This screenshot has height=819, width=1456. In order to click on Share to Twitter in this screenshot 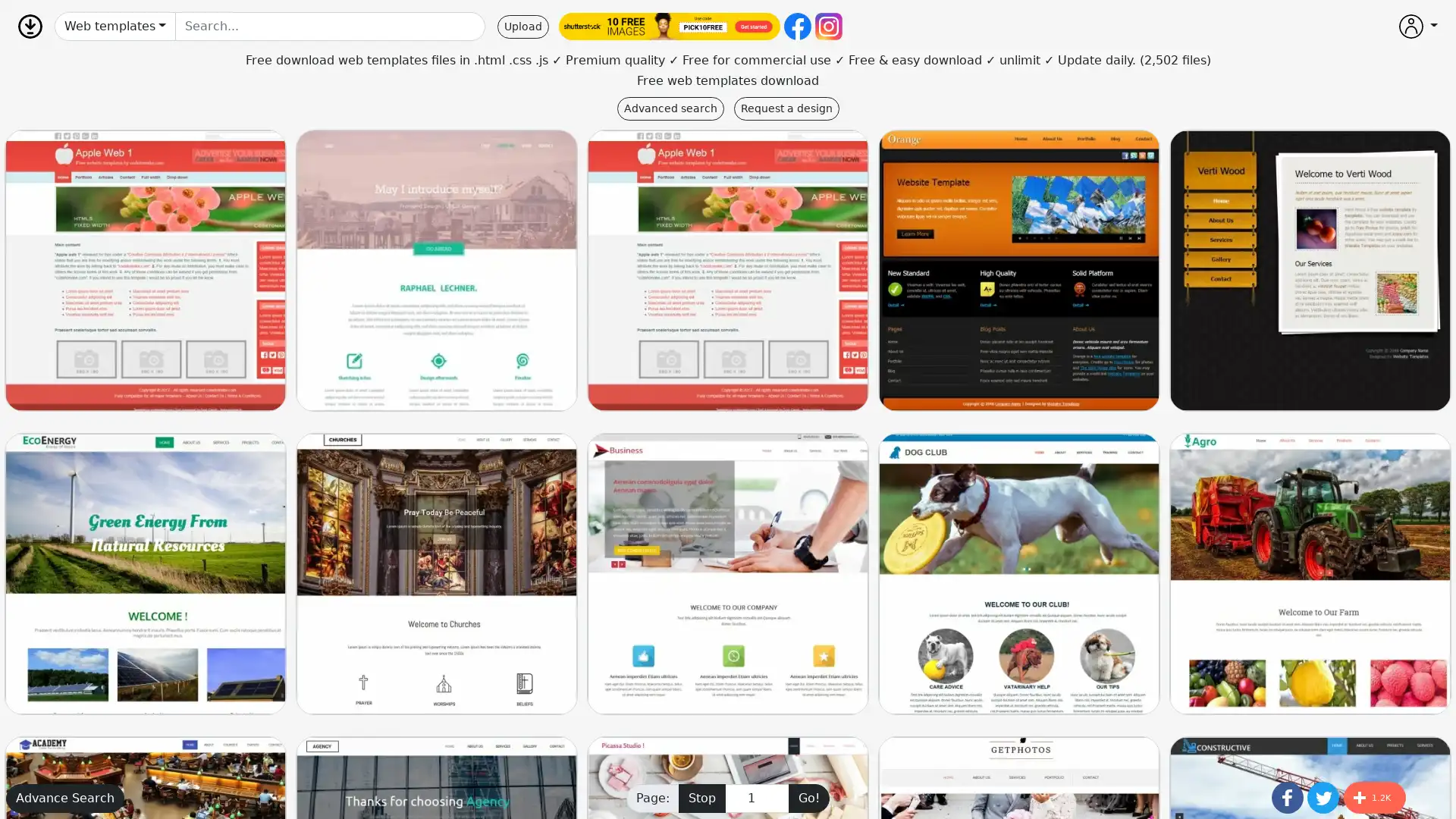, I will do `click(1324, 797)`.